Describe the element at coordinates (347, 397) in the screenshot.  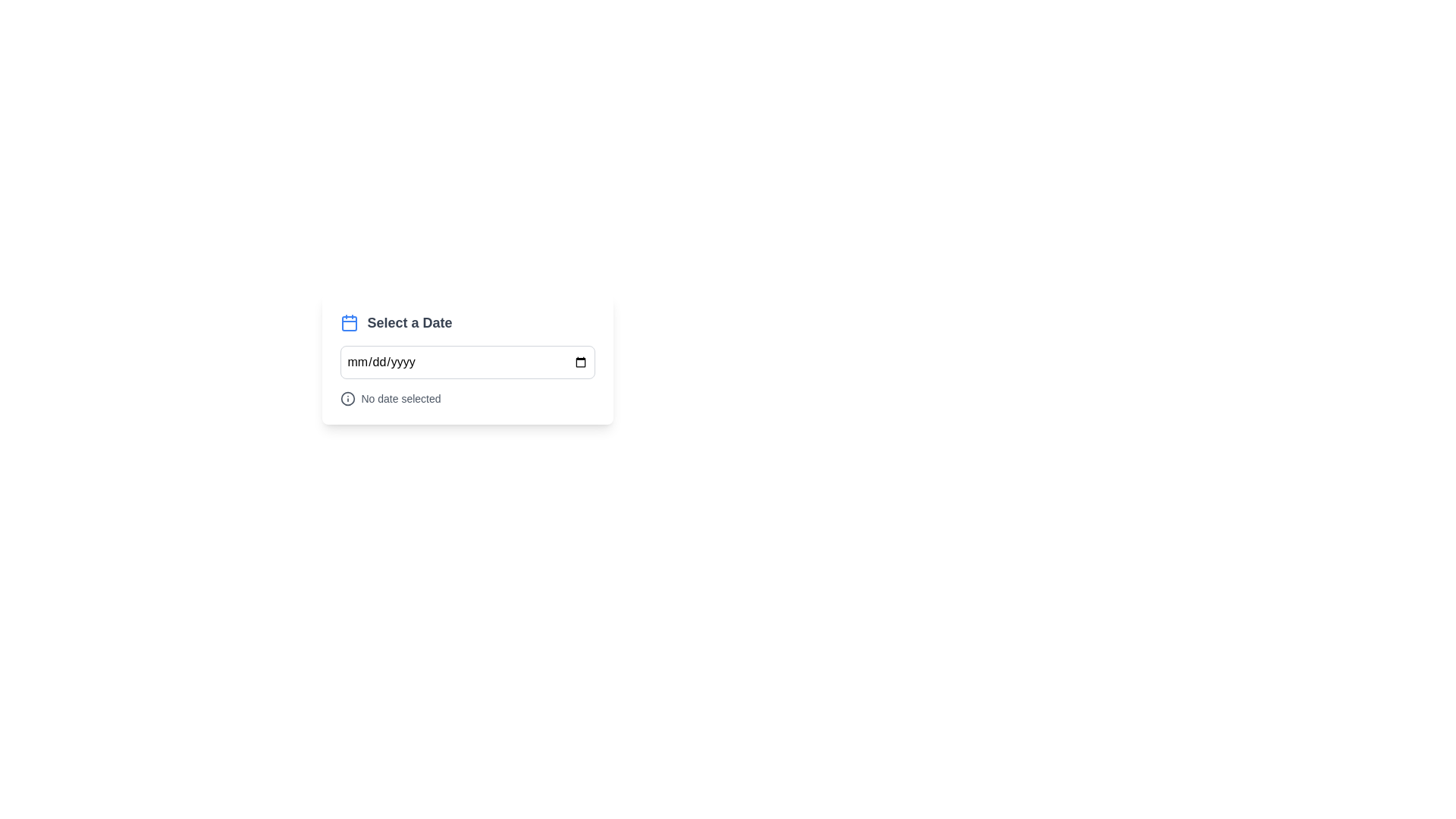
I see `the circular SVG icon representing an information or notification symbol, which is located to the left of the label 'No date selected'` at that location.